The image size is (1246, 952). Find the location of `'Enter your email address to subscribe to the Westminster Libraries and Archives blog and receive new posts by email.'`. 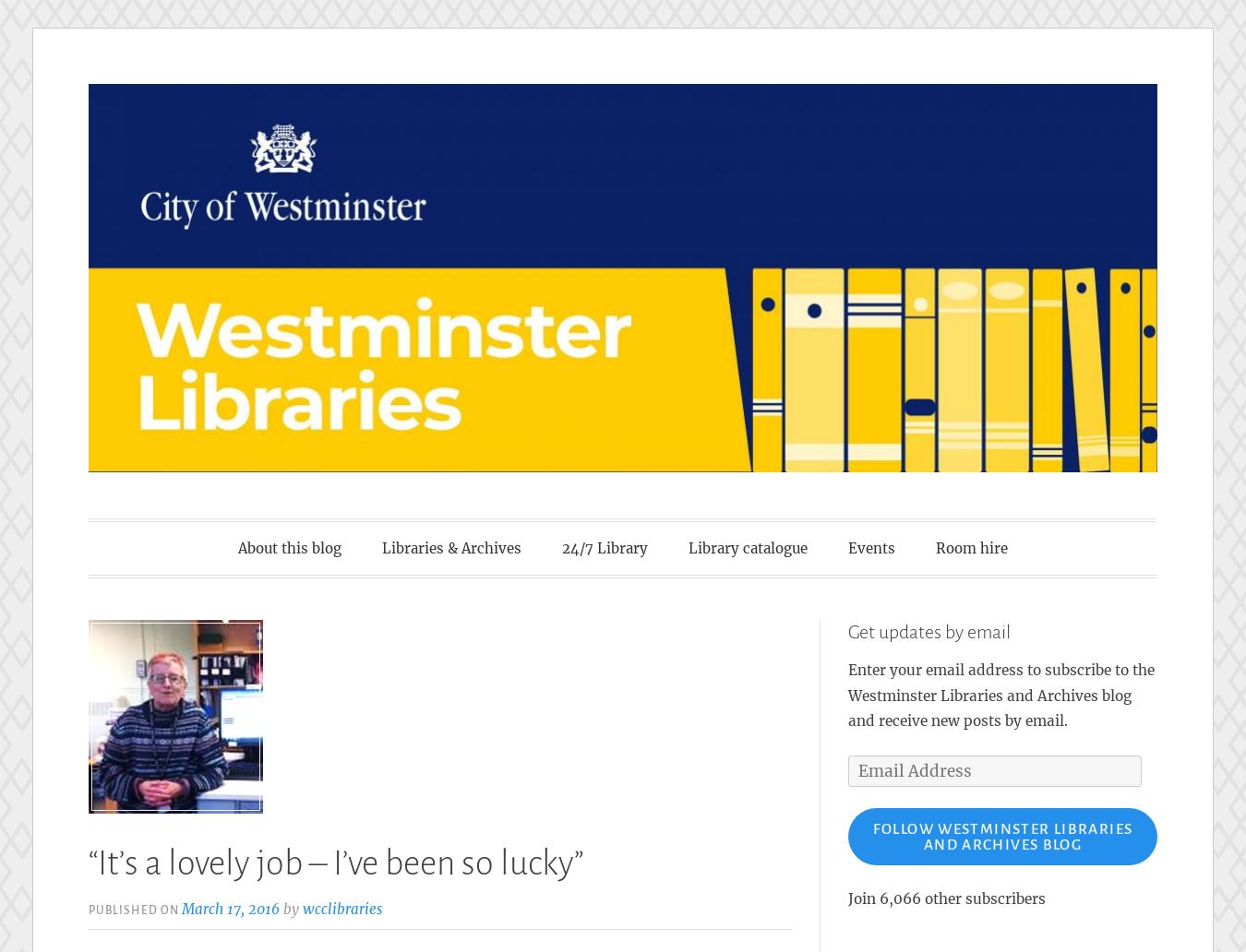

'Enter your email address to subscribe to the Westminster Libraries and Archives blog and receive new posts by email.' is located at coordinates (1000, 694).